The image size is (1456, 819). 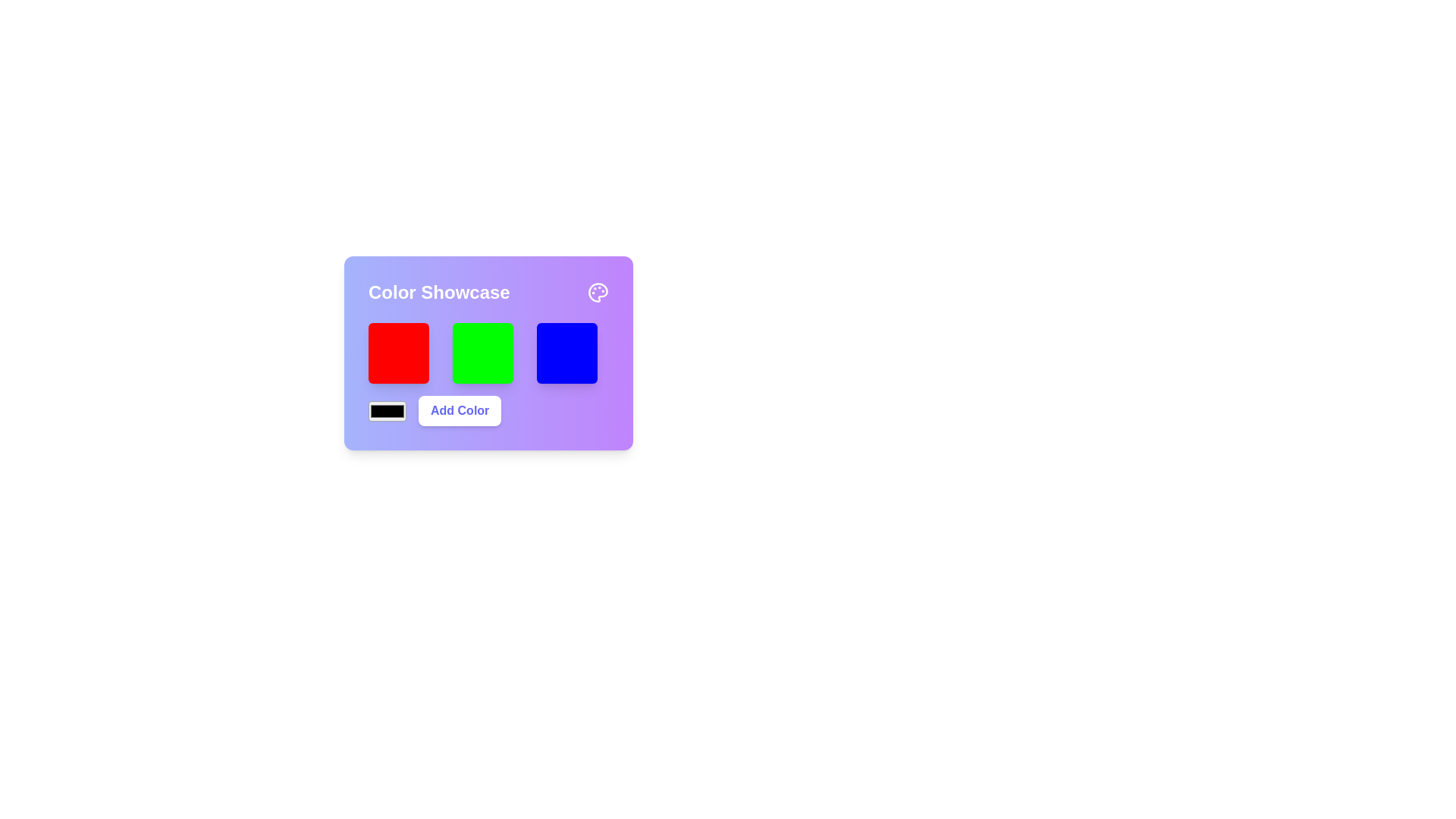 I want to click on the decorative icon located in the top-right corner of the purple card labeled 'Color Showcase', which represents color or palette-related functionality, so click(x=597, y=292).